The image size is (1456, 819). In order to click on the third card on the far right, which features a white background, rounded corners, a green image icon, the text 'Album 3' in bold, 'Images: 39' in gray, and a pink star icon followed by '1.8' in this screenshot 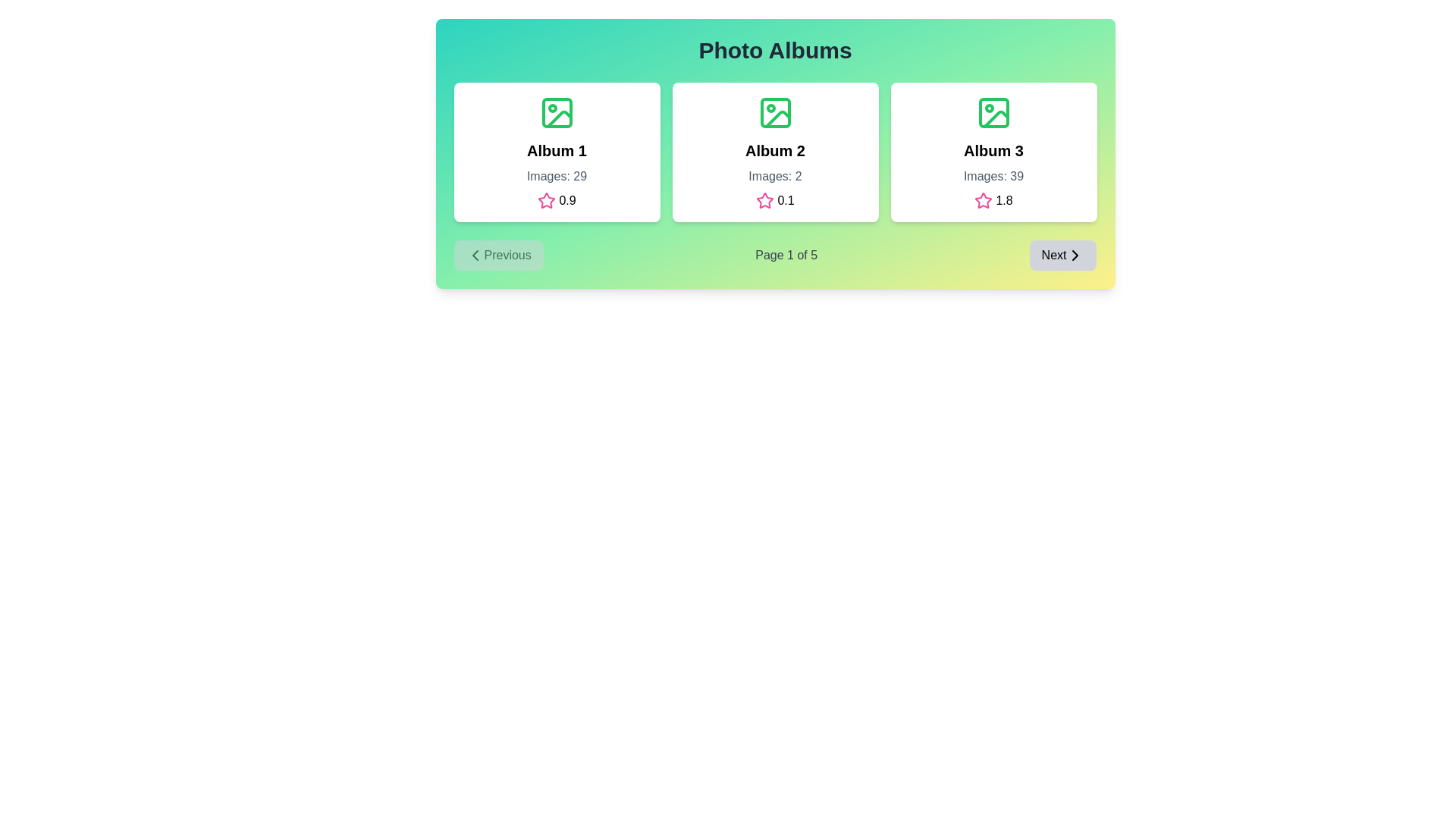, I will do `click(993, 152)`.